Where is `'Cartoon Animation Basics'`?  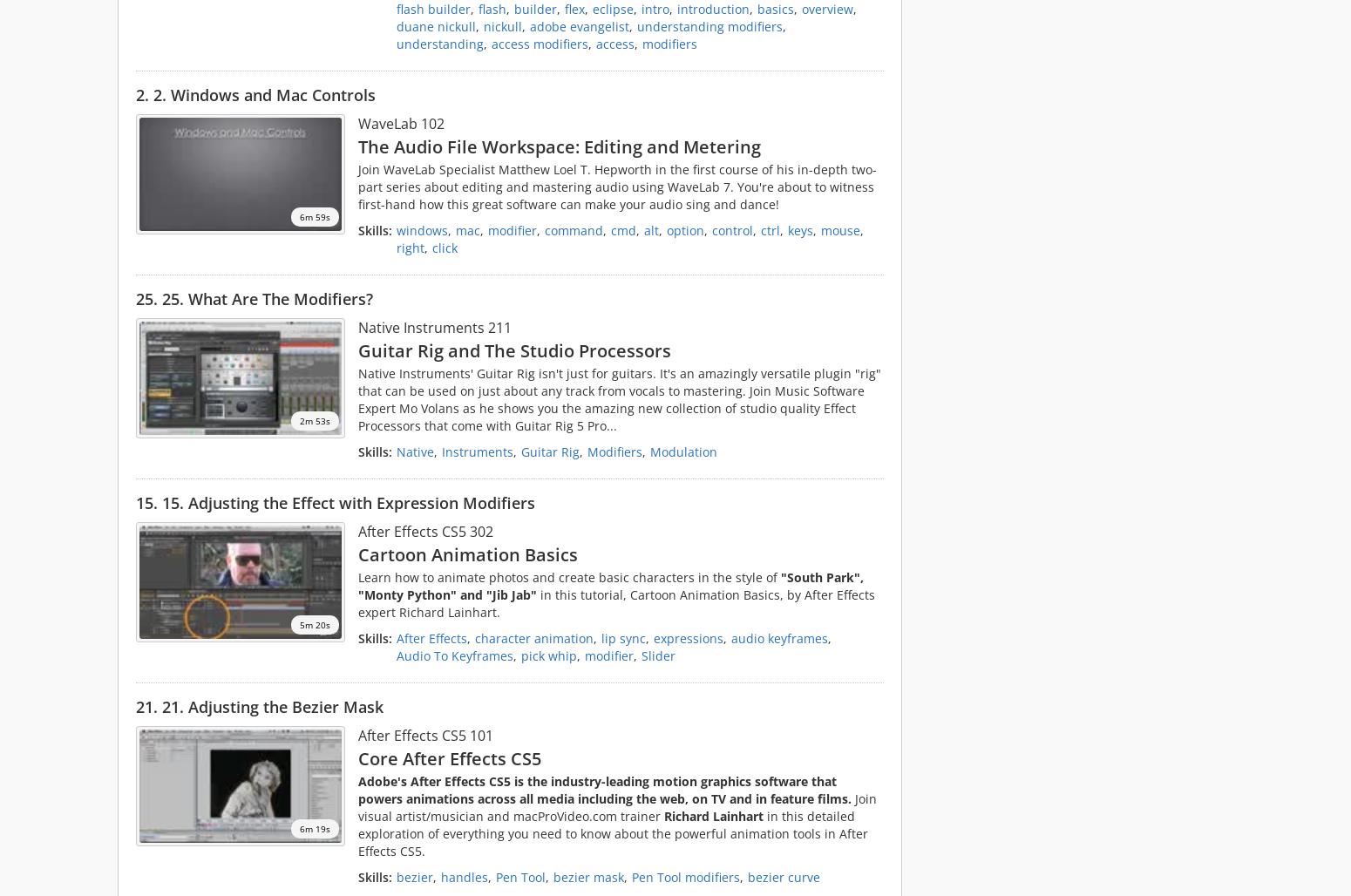
'Cartoon Animation Basics' is located at coordinates (467, 553).